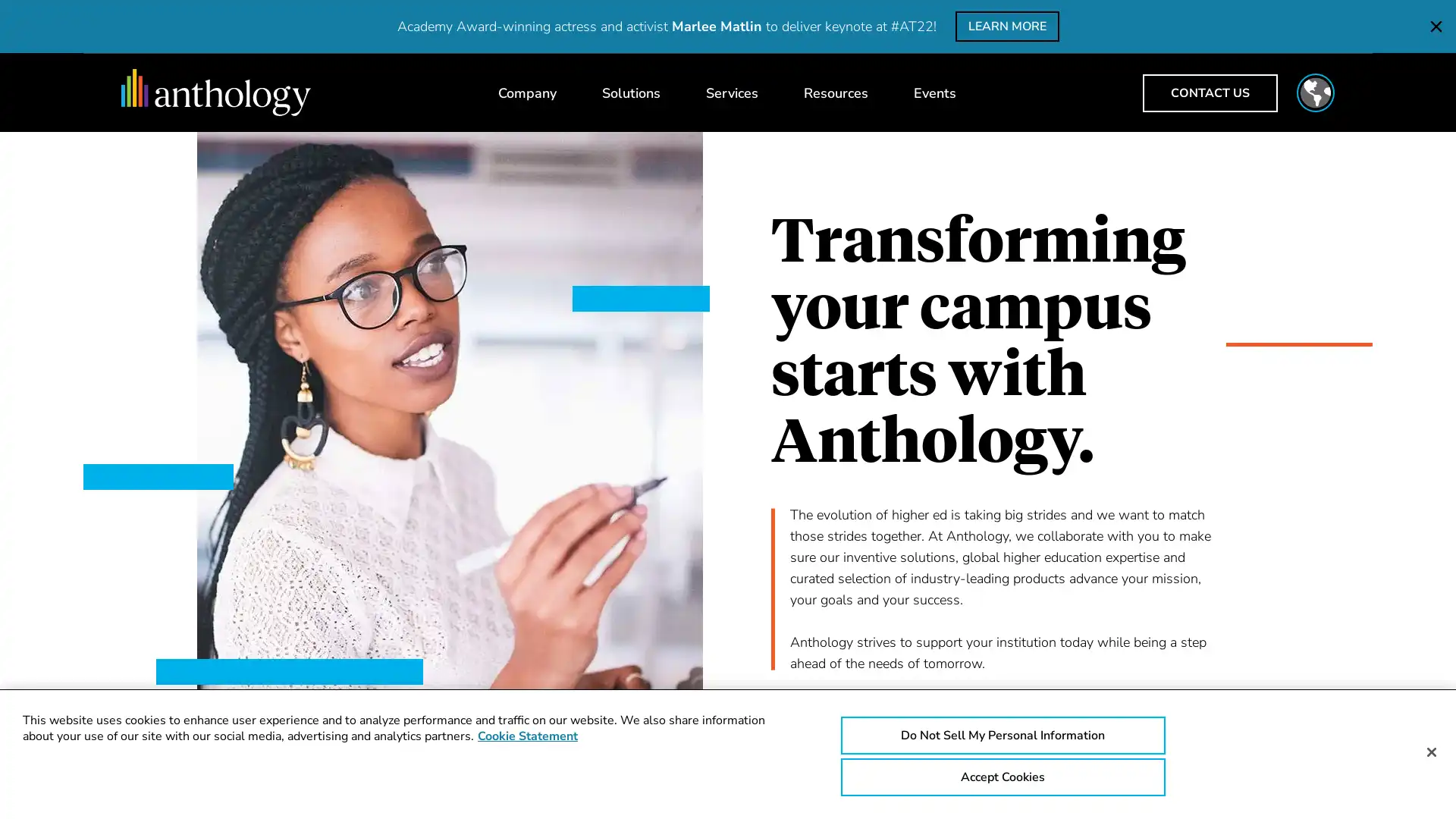  Describe the element at coordinates (1238, 35) in the screenshot. I see `CLOSE` at that location.